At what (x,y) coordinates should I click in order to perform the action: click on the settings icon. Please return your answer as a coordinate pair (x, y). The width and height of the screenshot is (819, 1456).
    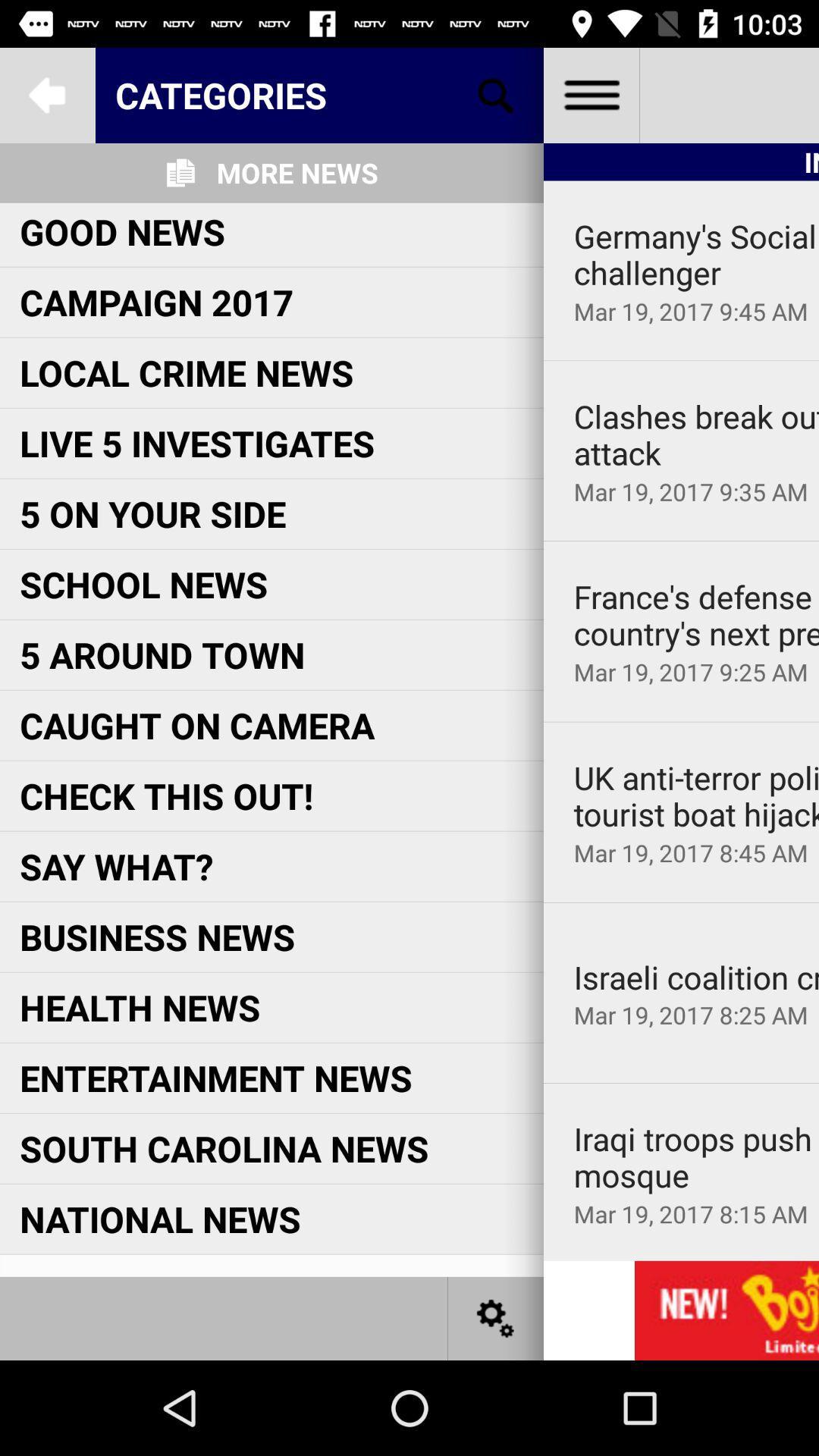
    Looking at the image, I should click on (496, 1317).